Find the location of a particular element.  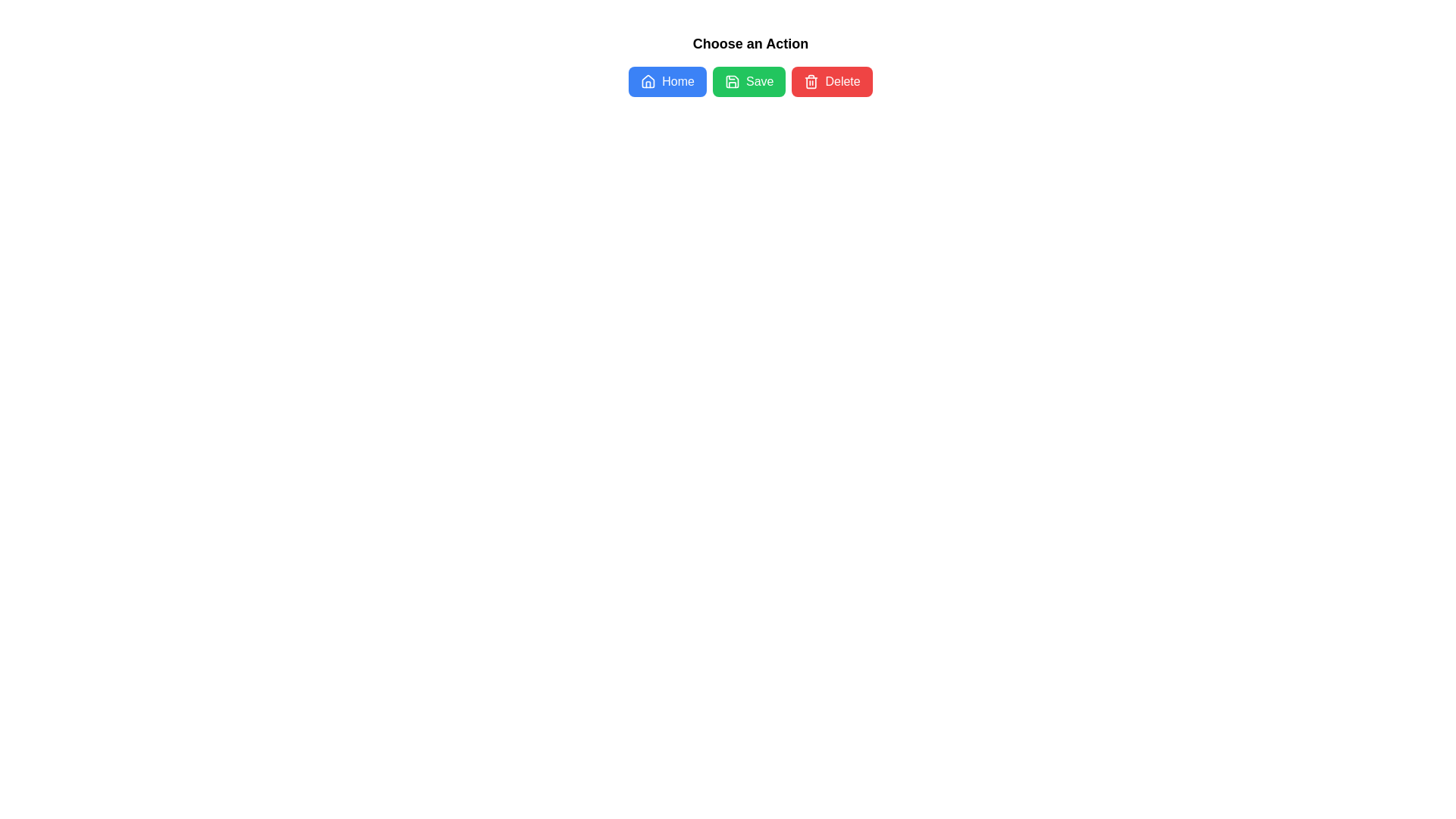

the 'Home' icon located in the first button of a row of three, positioned to the left of the text 'Home', to possibly see a tooltip or effect is located at coordinates (648, 82).